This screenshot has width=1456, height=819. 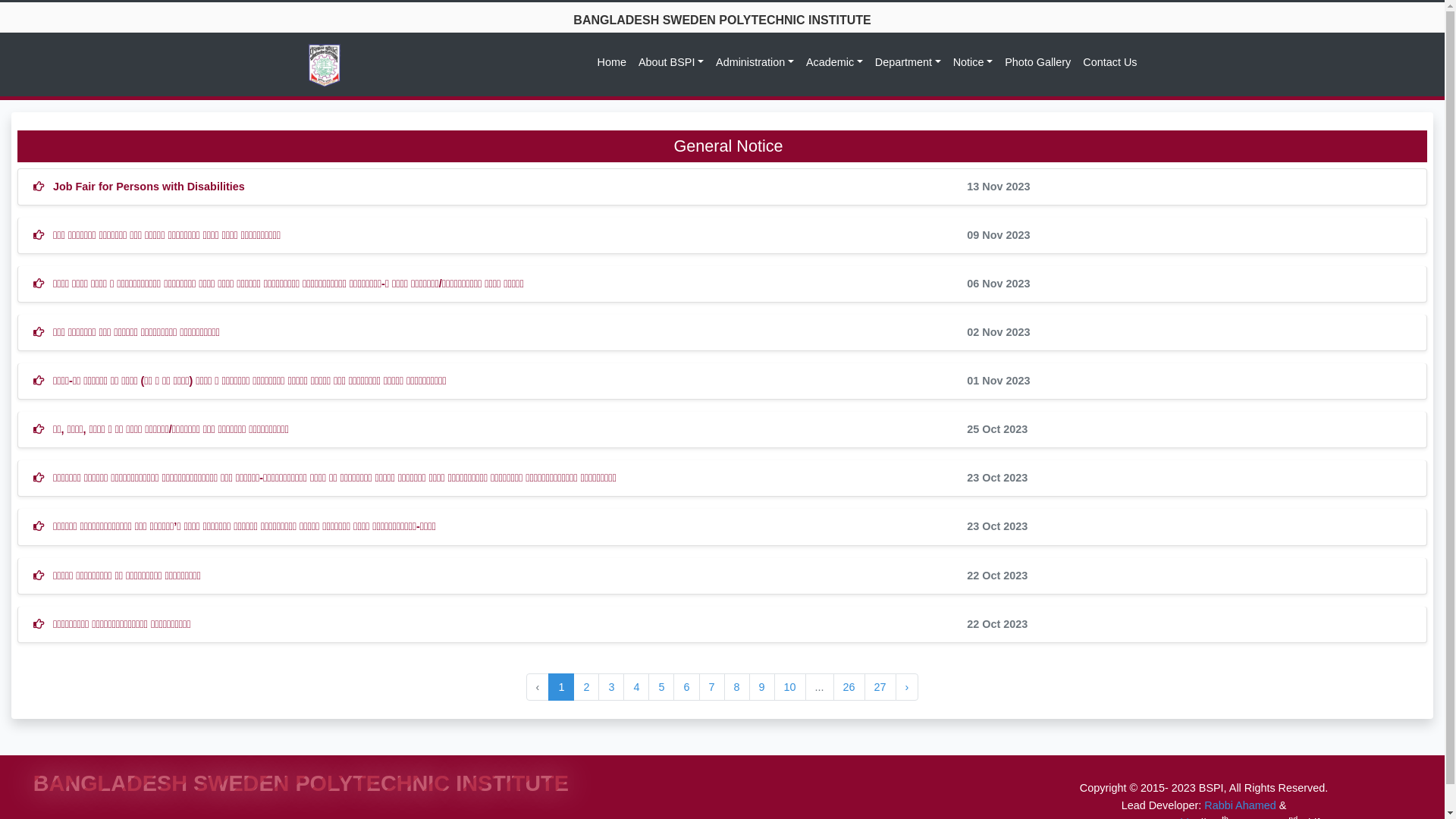 What do you see at coordinates (761, 687) in the screenshot?
I see `'9'` at bounding box center [761, 687].